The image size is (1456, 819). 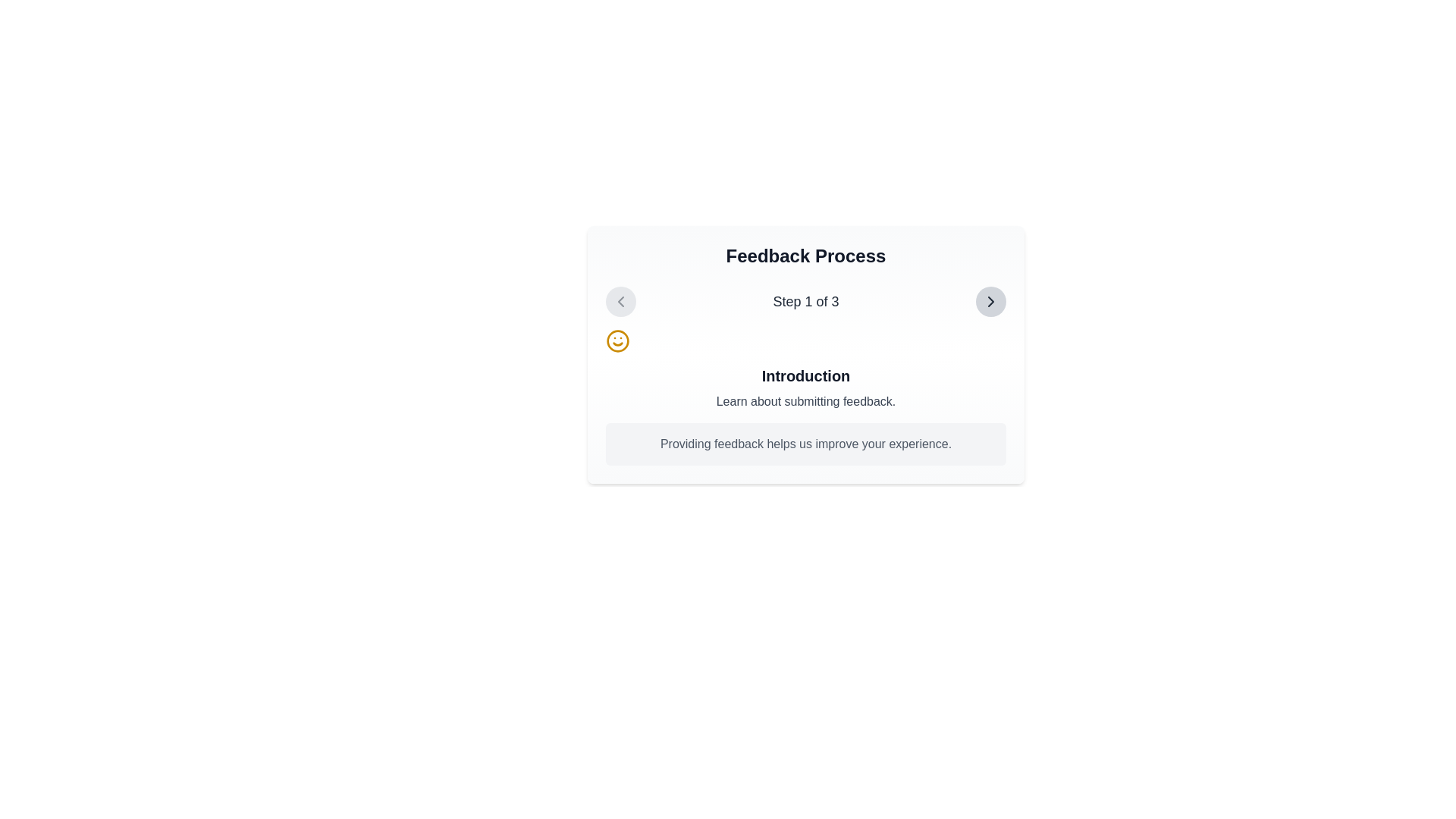 I want to click on the yellow circular smiley face icon located to the left of the text block labeled 'Introduction', so click(x=618, y=341).